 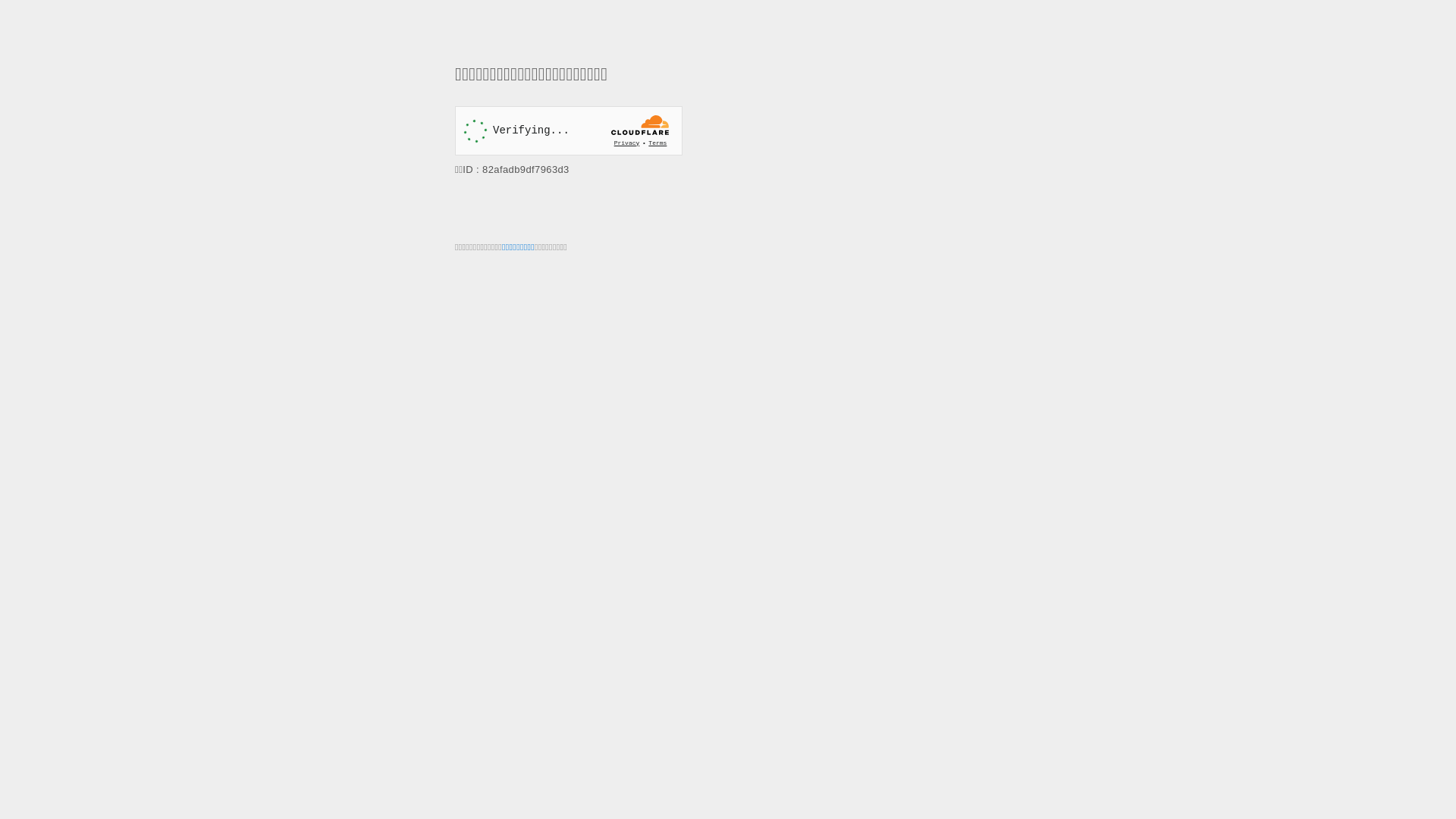 What do you see at coordinates (567, 130) in the screenshot?
I see `'Widget containing a Cloudflare security challenge'` at bounding box center [567, 130].